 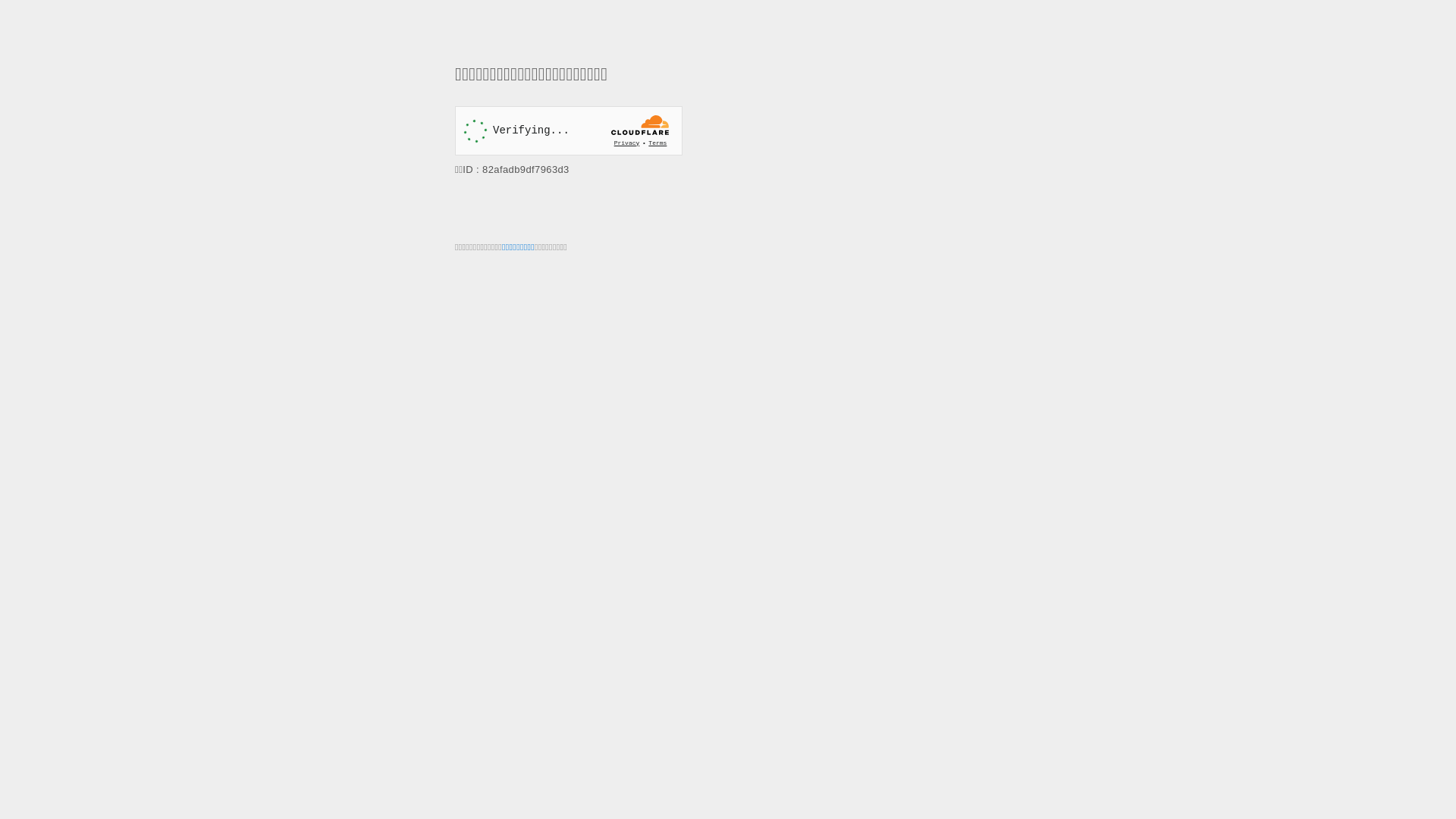 What do you see at coordinates (567, 130) in the screenshot?
I see `'Widget containing a Cloudflare security challenge'` at bounding box center [567, 130].